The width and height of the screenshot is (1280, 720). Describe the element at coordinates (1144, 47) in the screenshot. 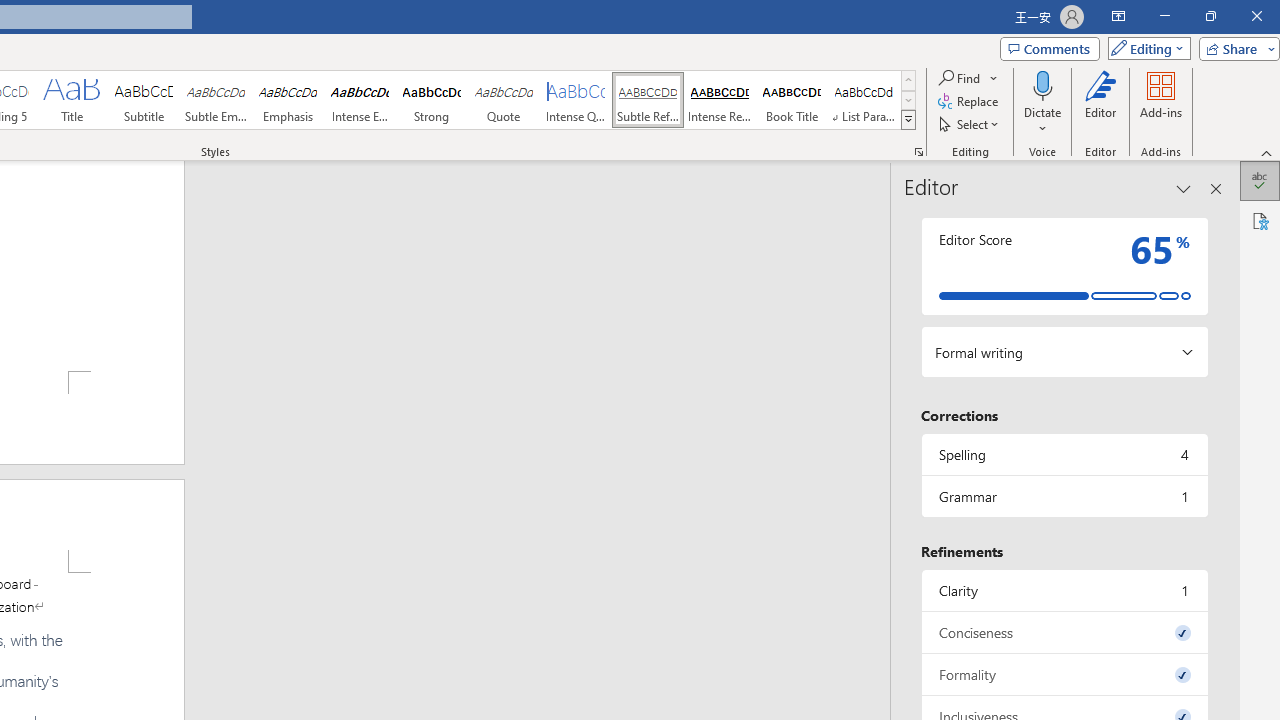

I see `'Editing'` at that location.